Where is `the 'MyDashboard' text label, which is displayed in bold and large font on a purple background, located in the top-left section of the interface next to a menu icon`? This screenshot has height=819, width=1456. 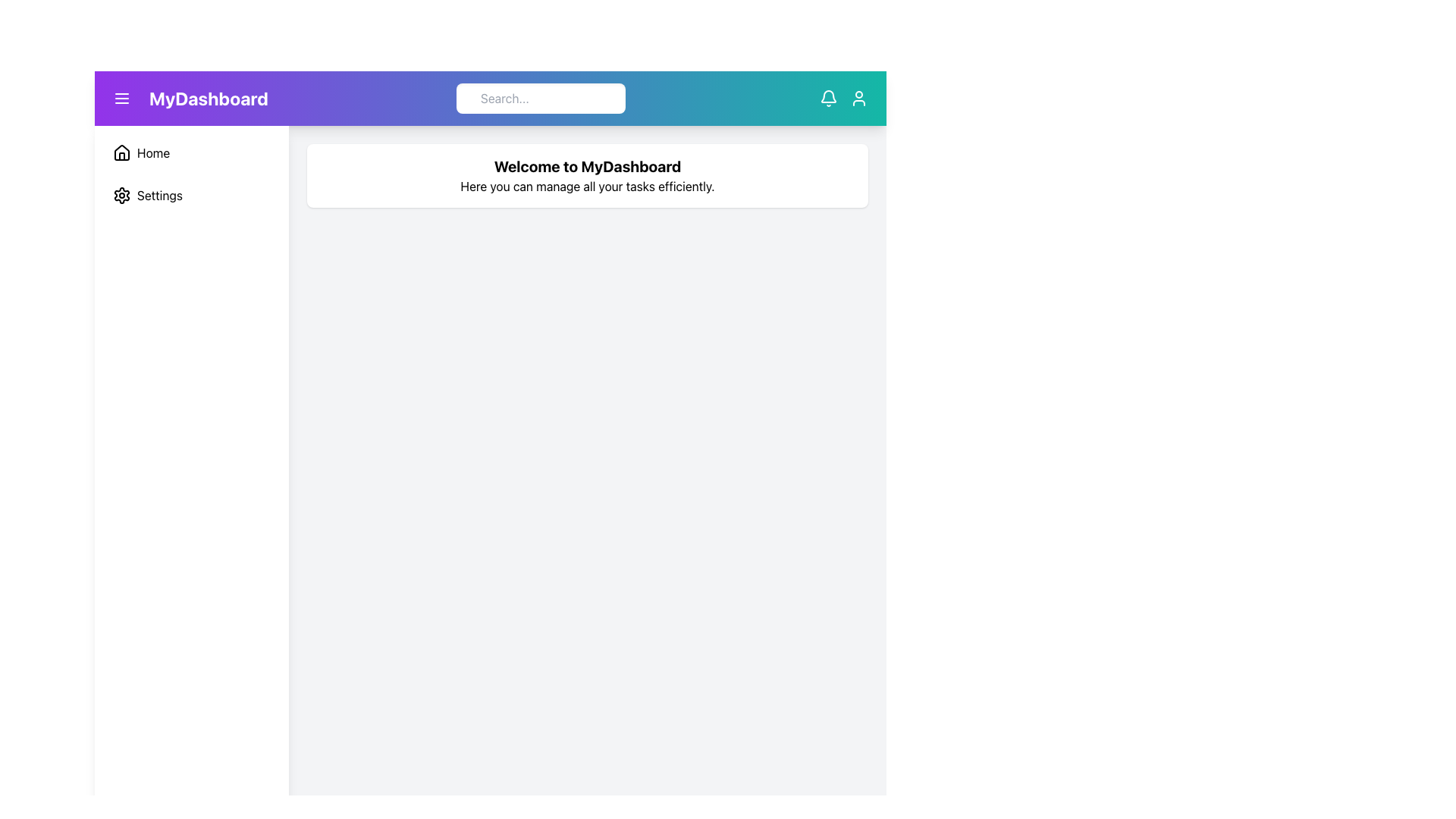 the 'MyDashboard' text label, which is displayed in bold and large font on a purple background, located in the top-left section of the interface next to a menu icon is located at coordinates (187, 99).